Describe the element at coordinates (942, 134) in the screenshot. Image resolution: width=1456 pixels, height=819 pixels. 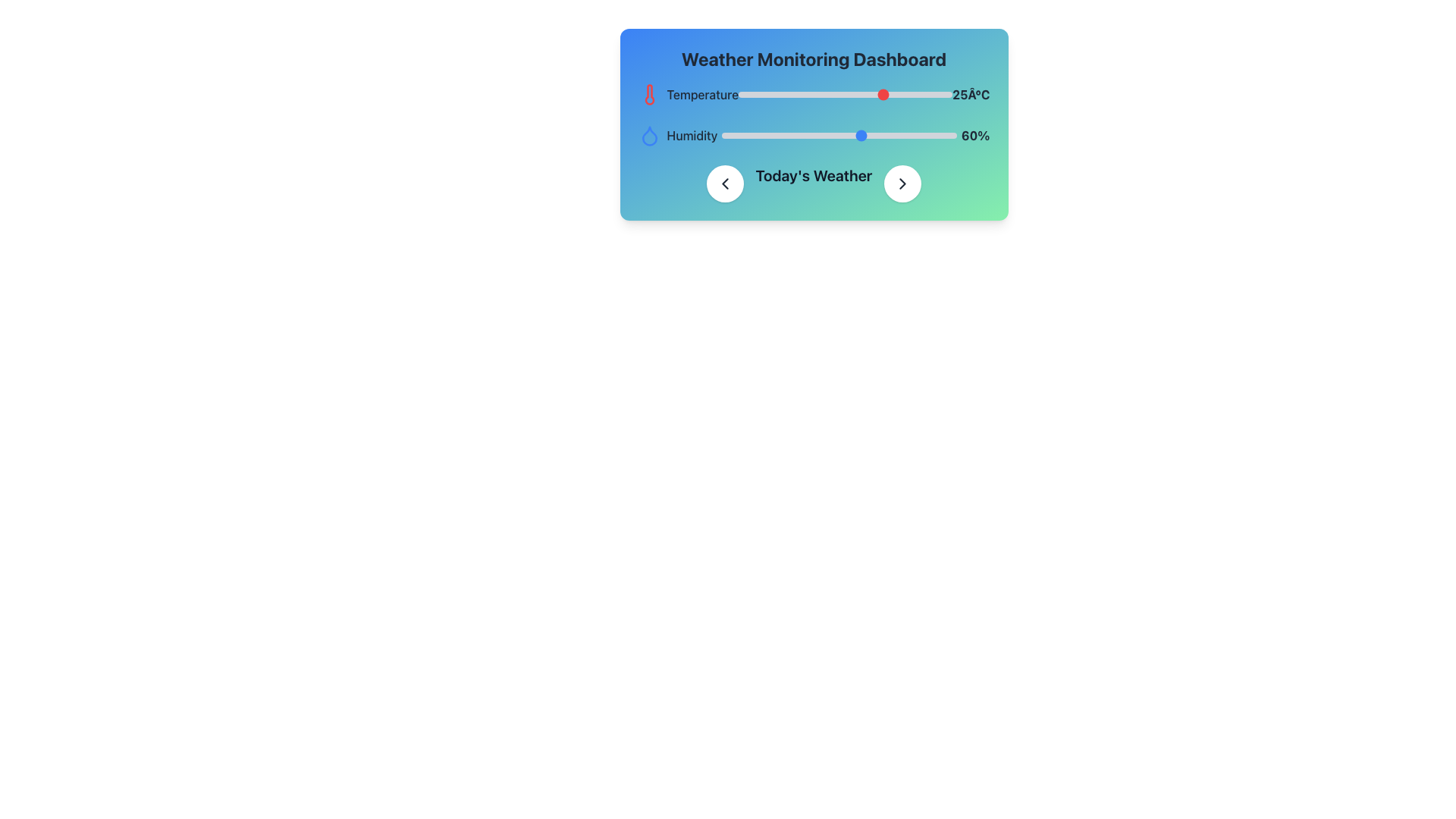
I see `humidity` at that location.